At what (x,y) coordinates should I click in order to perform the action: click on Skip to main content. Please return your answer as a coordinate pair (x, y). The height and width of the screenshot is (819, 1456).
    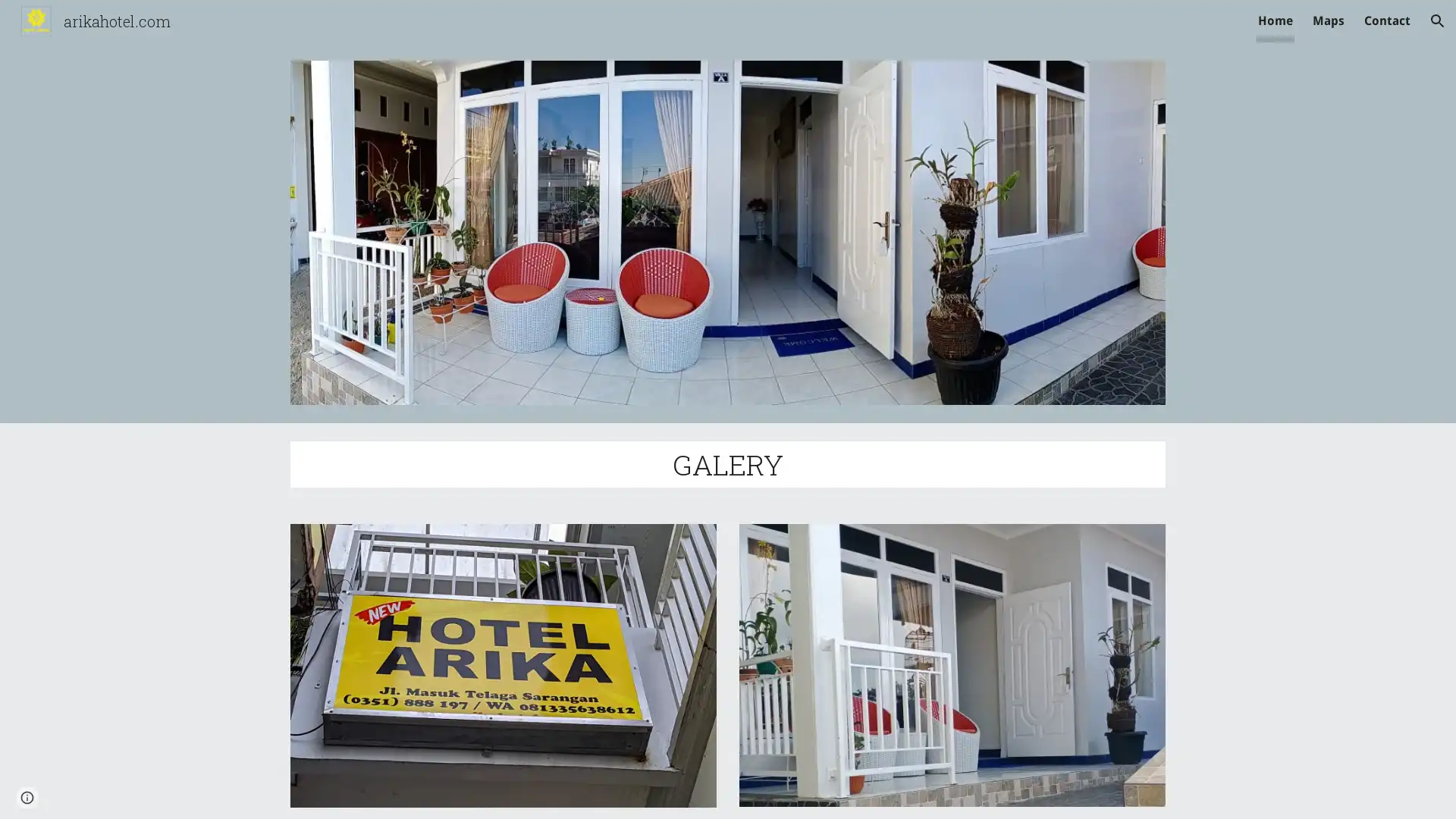
    Looking at the image, I should click on (597, 28).